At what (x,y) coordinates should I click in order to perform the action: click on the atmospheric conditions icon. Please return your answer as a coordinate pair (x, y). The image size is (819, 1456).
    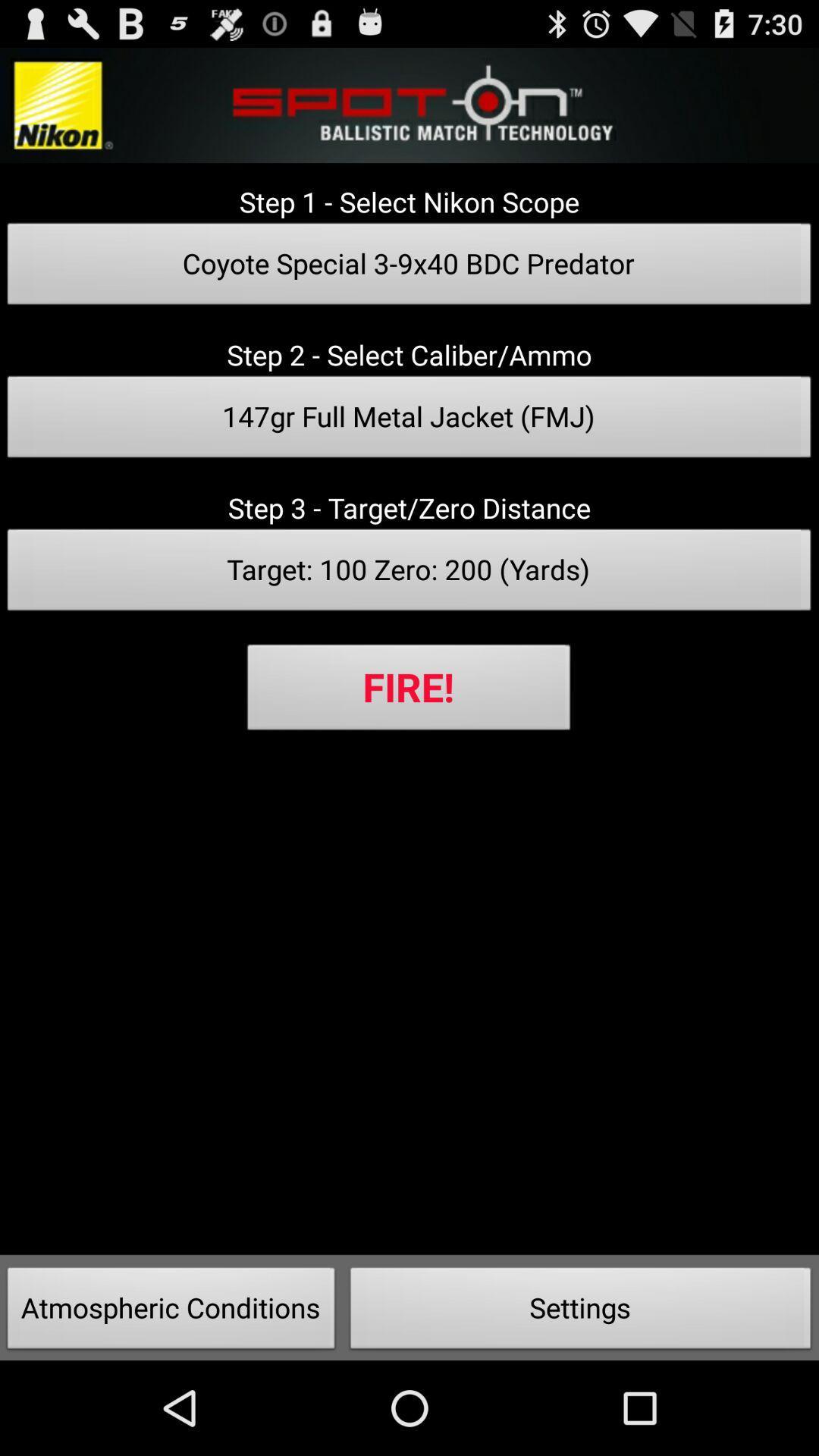
    Looking at the image, I should click on (171, 1312).